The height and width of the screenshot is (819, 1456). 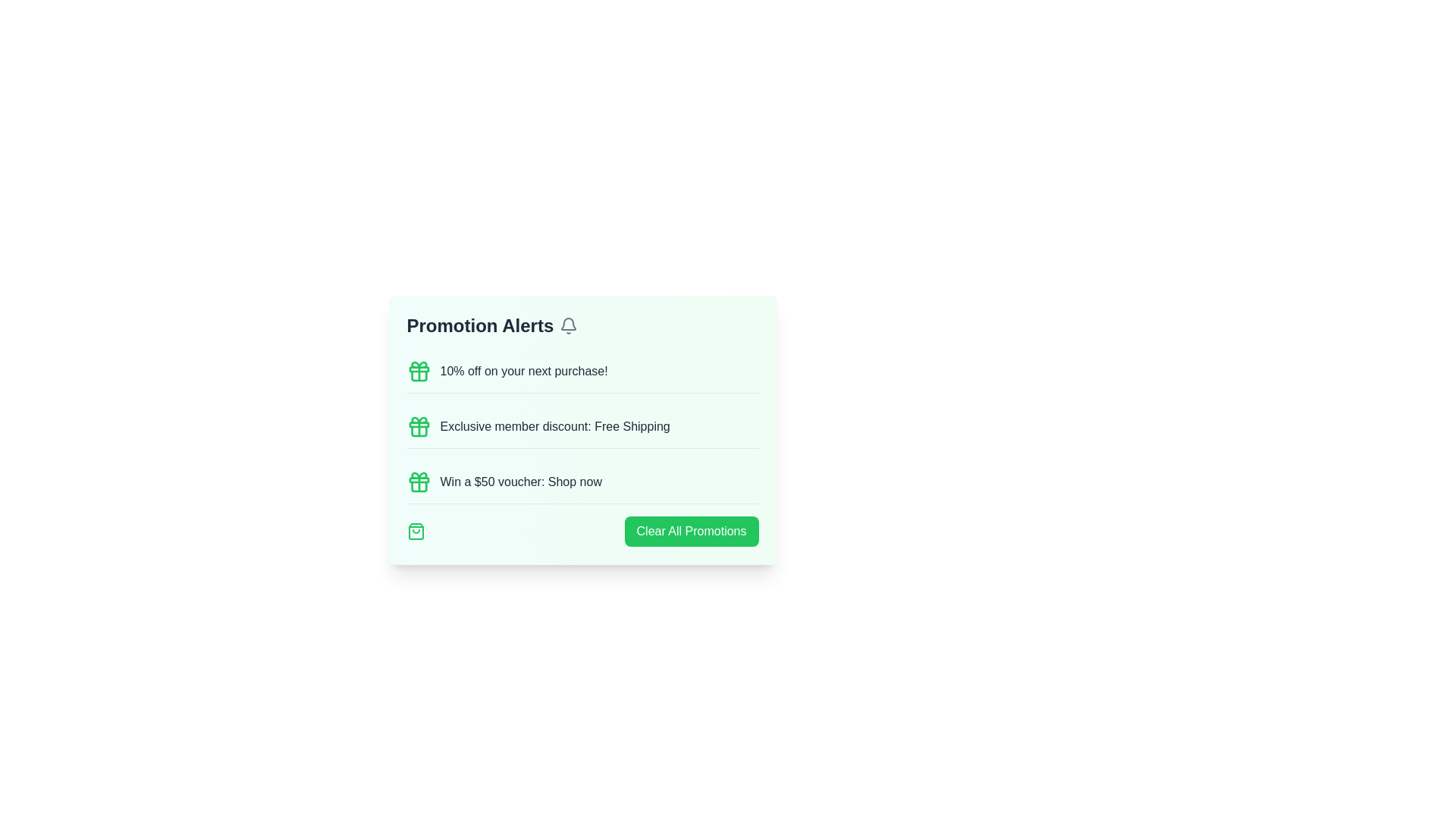 What do you see at coordinates (582, 482) in the screenshot?
I see `the Information Card displaying 'Win a $50 voucher: Shop now' with a green gift box icon, which is the third item in the promotional offers list` at bounding box center [582, 482].